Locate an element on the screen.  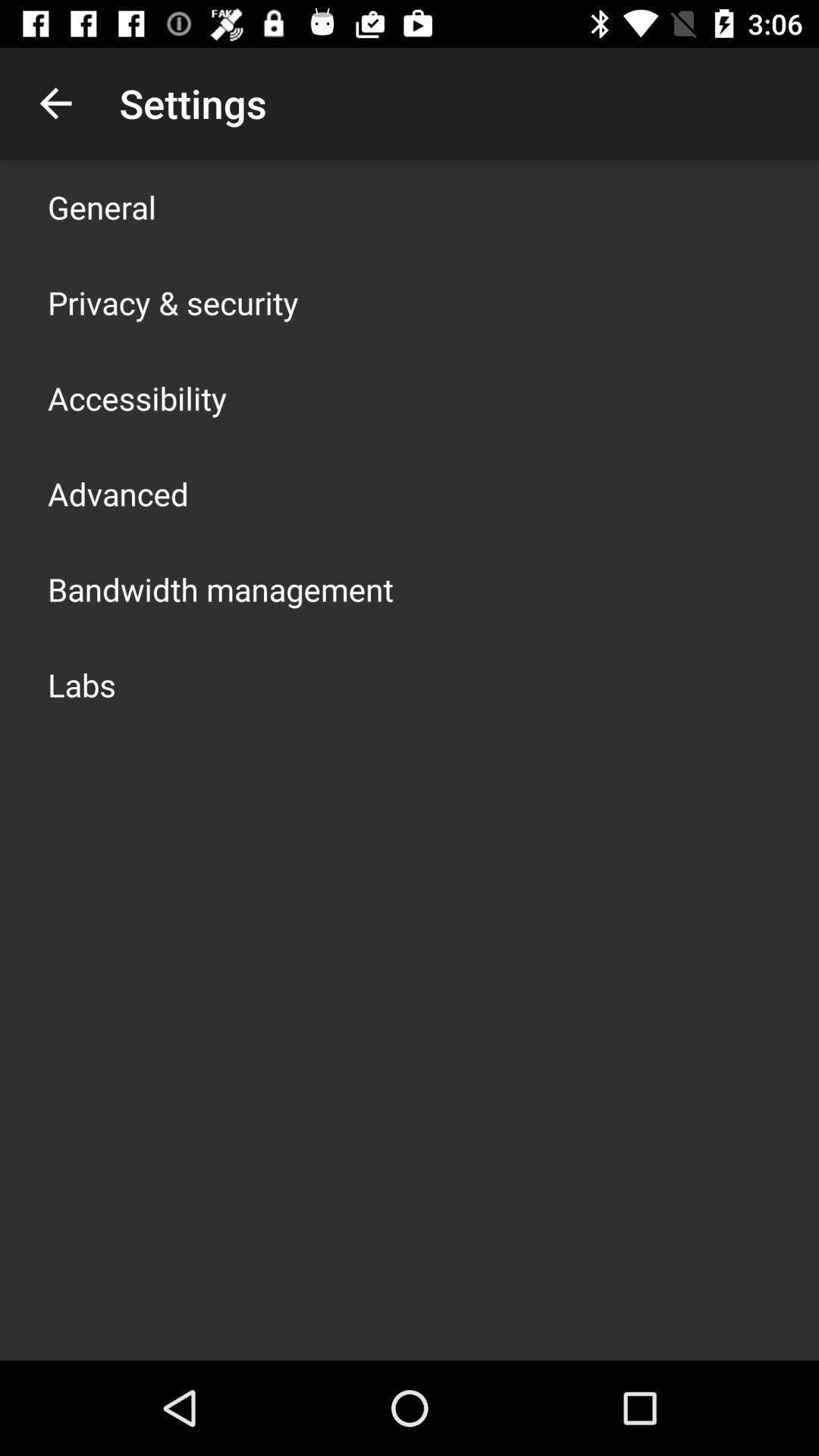
general is located at coordinates (102, 206).